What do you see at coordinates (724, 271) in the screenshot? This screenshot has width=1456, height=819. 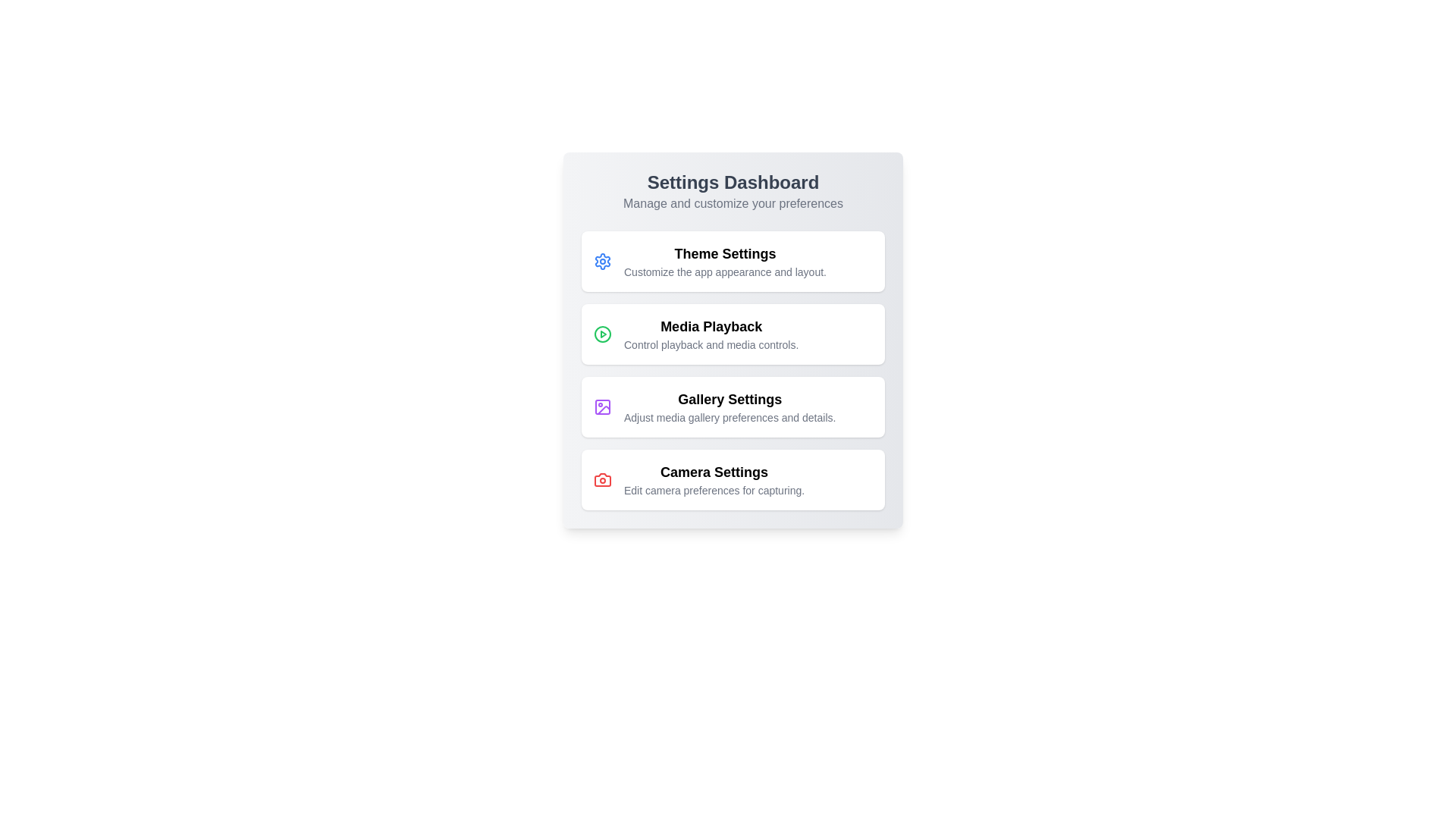 I see `the gray-colored text string that reads 'Customize the app appearance and layout.' located below the 'Theme Settings' title` at bounding box center [724, 271].